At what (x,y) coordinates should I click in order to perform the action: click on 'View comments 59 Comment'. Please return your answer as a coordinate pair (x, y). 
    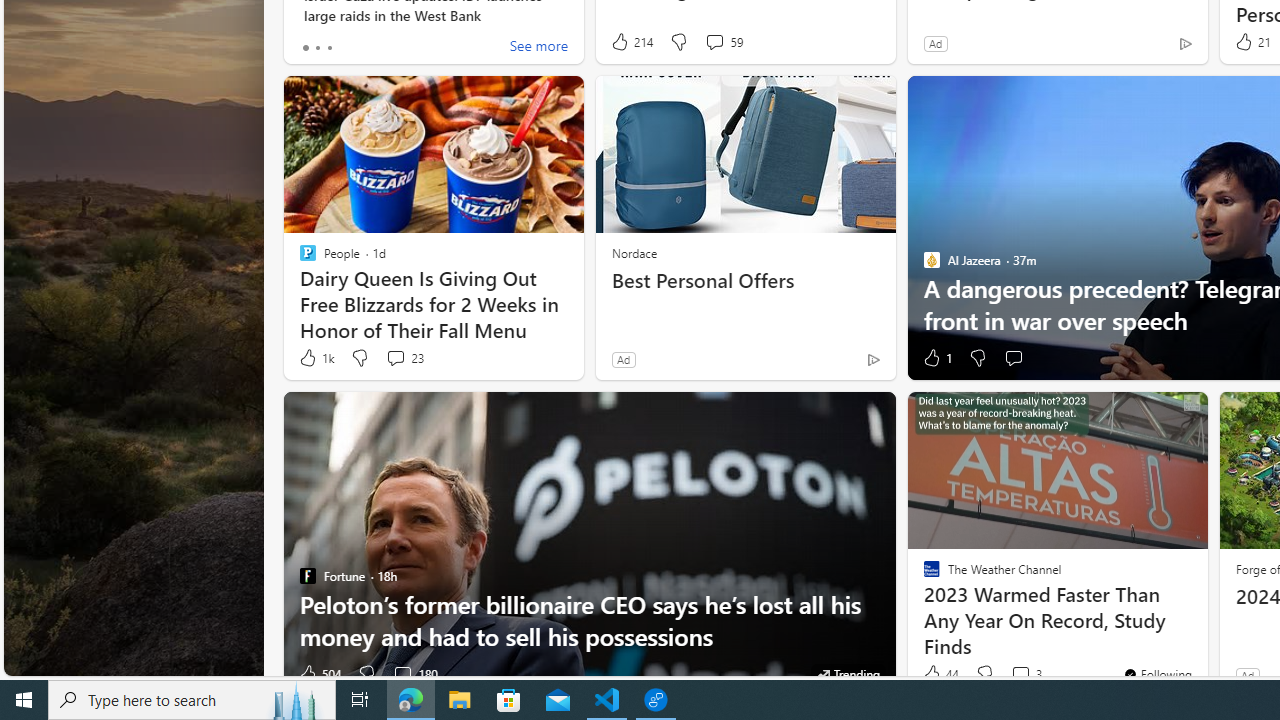
    Looking at the image, I should click on (714, 41).